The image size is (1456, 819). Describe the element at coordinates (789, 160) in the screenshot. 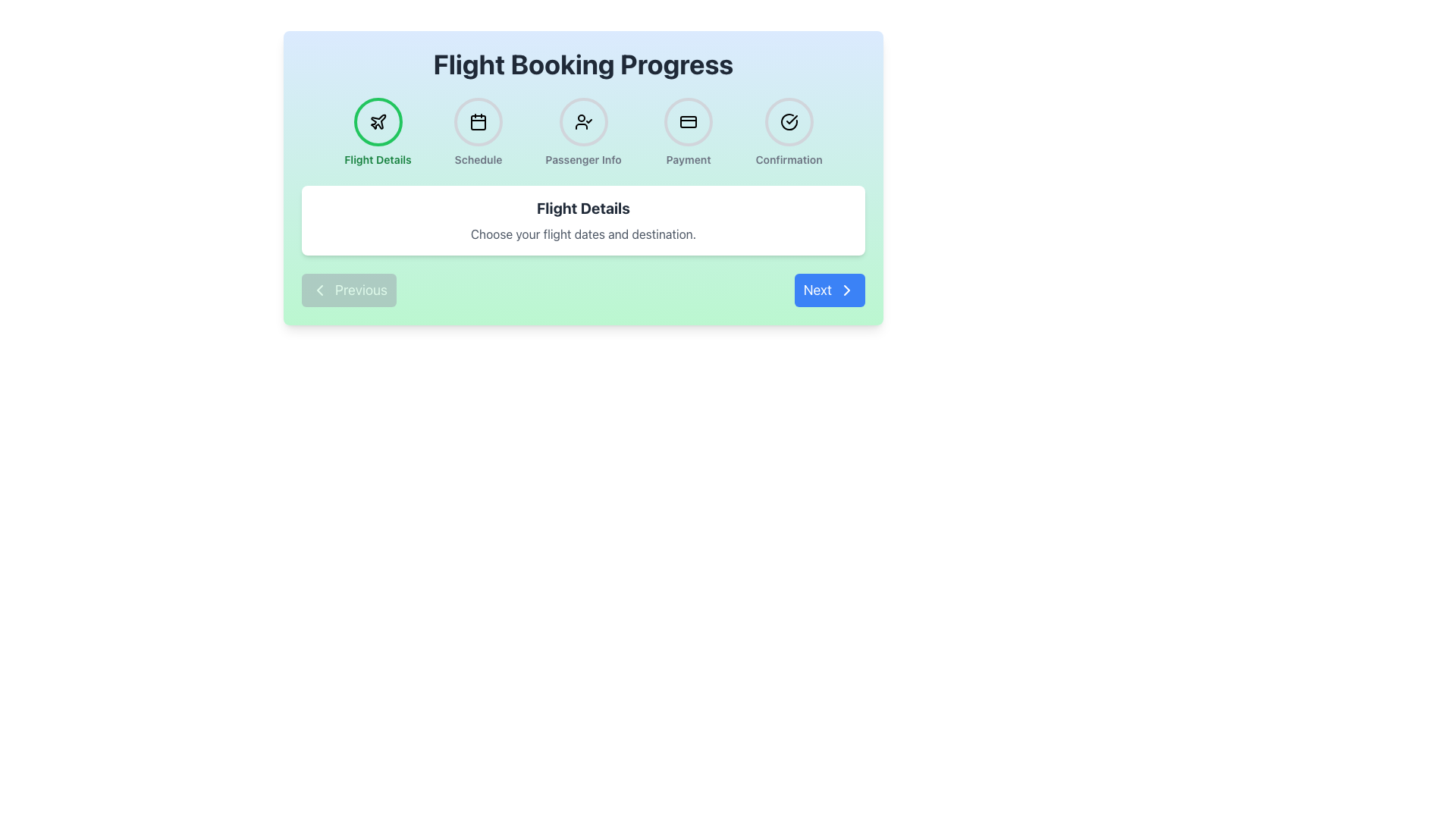

I see `the text label indicating the final confirmation step in the visual process flow, located beneath the circular check mark icon` at that location.